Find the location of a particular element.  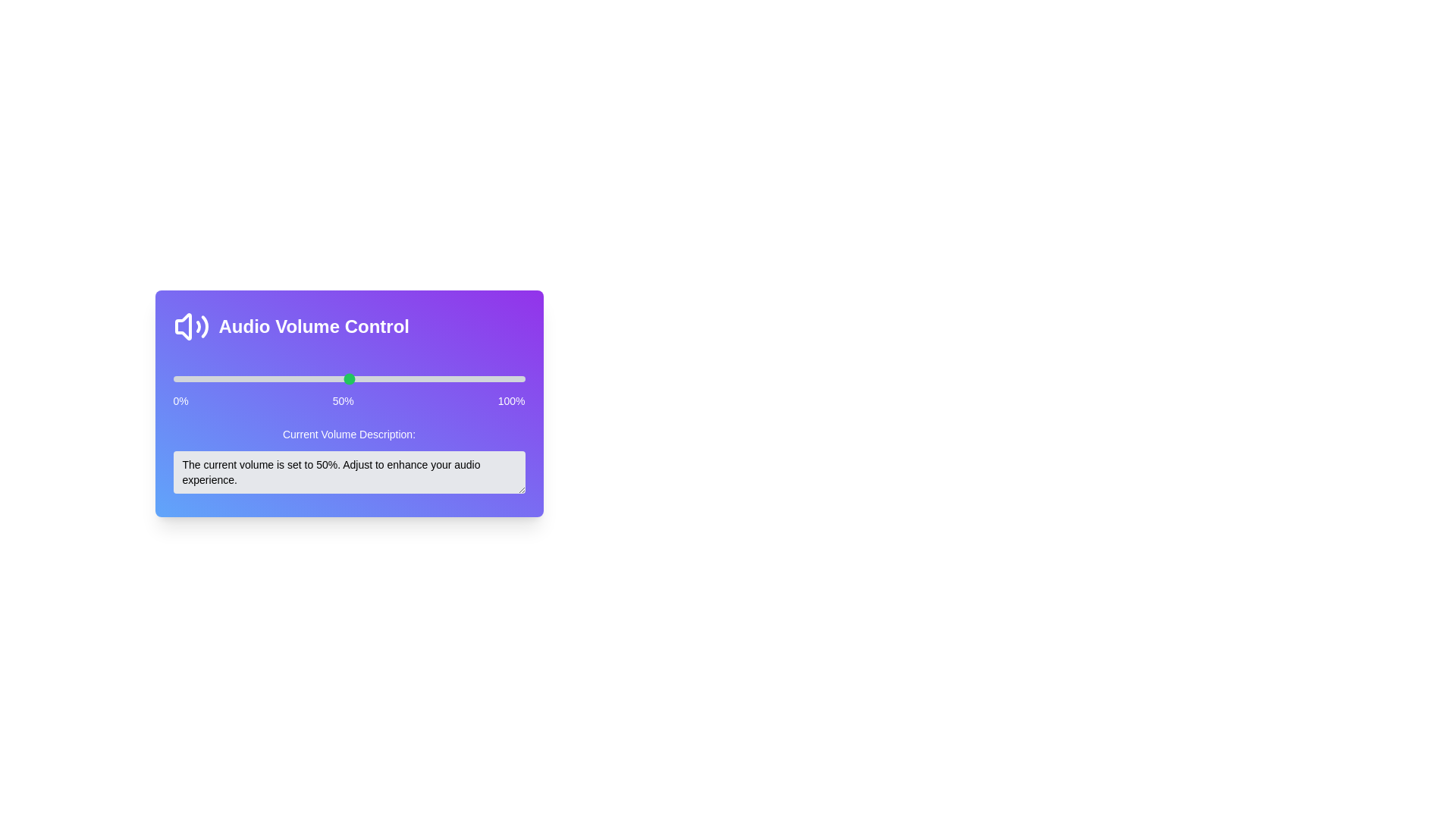

the volume slider to 80% is located at coordinates (453, 378).